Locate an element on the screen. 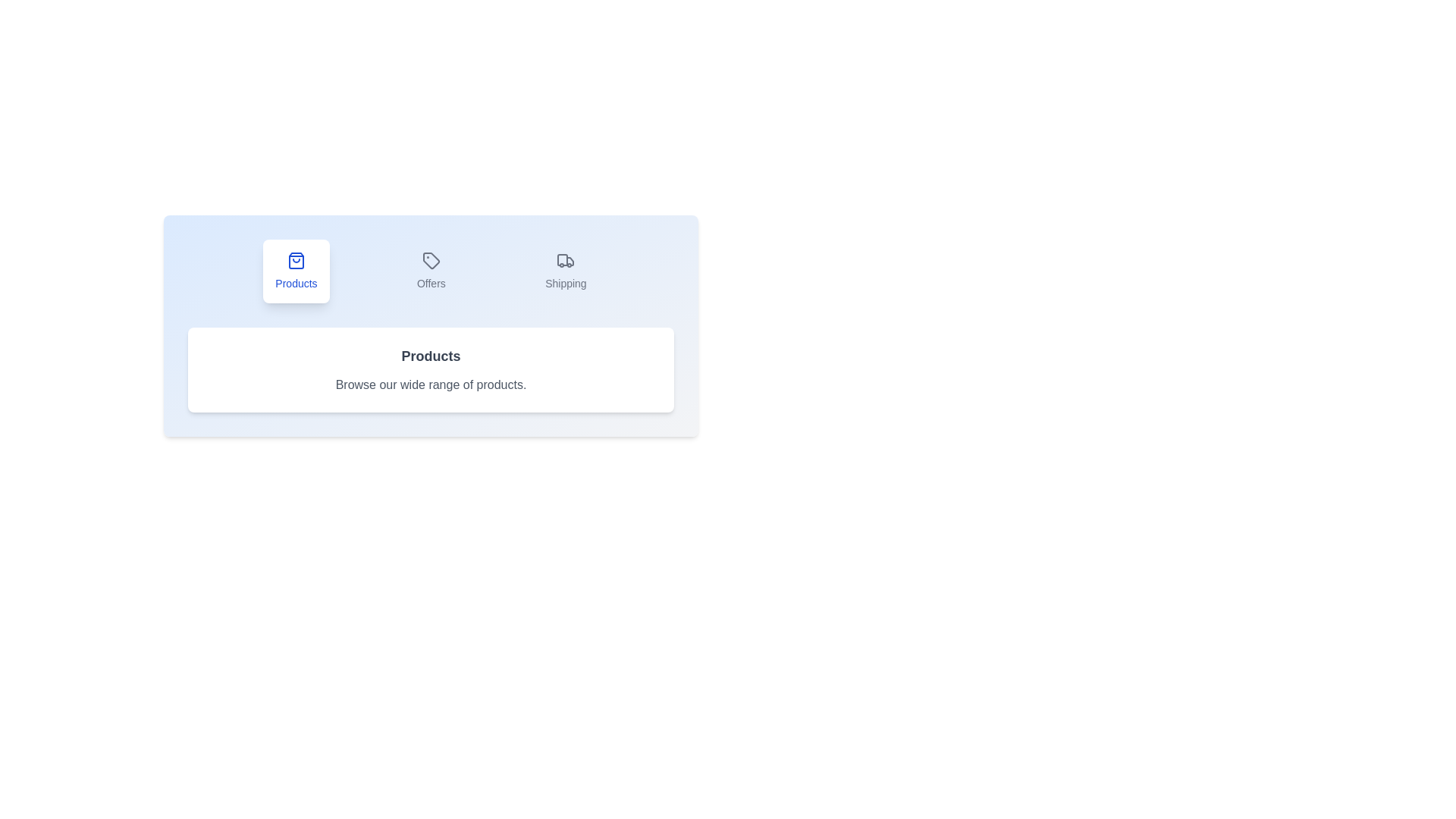 The height and width of the screenshot is (819, 1456). the tab labeled Shipping to observe the hover effect is located at coordinates (565, 271).